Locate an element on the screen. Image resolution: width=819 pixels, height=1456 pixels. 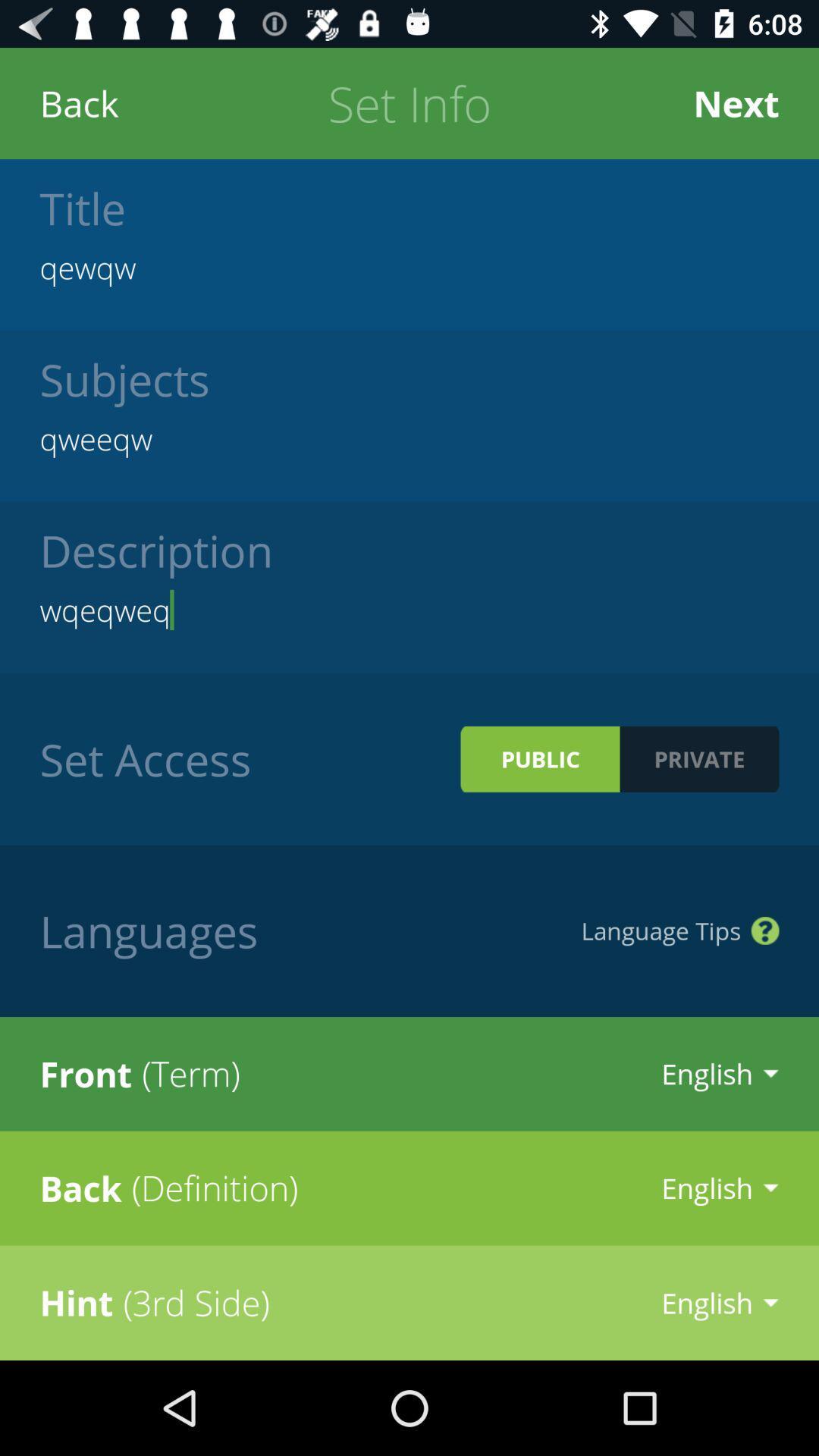
the item below the wqeqweq is located at coordinates (699, 759).